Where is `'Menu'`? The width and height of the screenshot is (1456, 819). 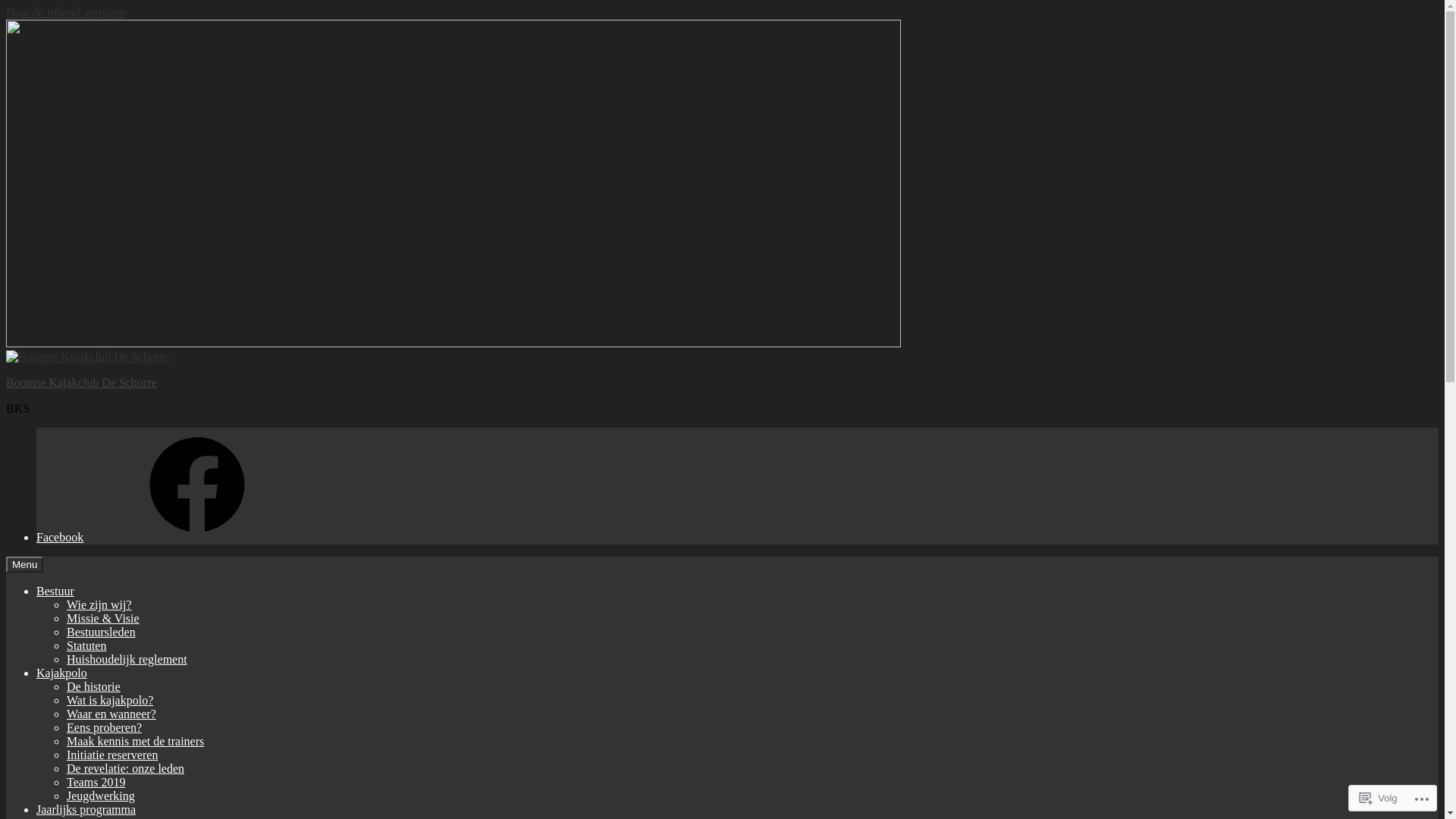 'Menu' is located at coordinates (24, 564).